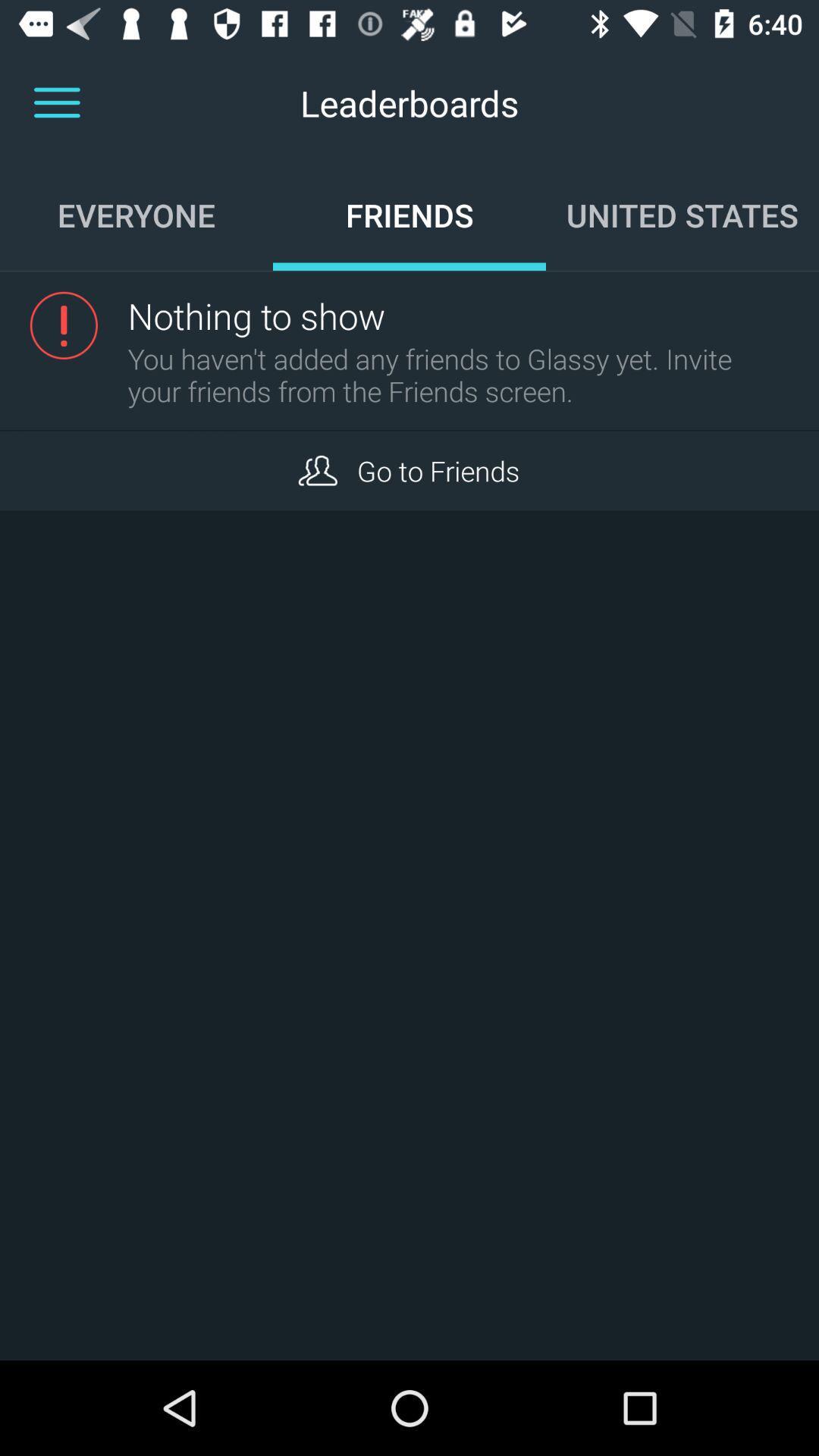 The height and width of the screenshot is (1456, 819). Describe the element at coordinates (317, 469) in the screenshot. I see `contact` at that location.